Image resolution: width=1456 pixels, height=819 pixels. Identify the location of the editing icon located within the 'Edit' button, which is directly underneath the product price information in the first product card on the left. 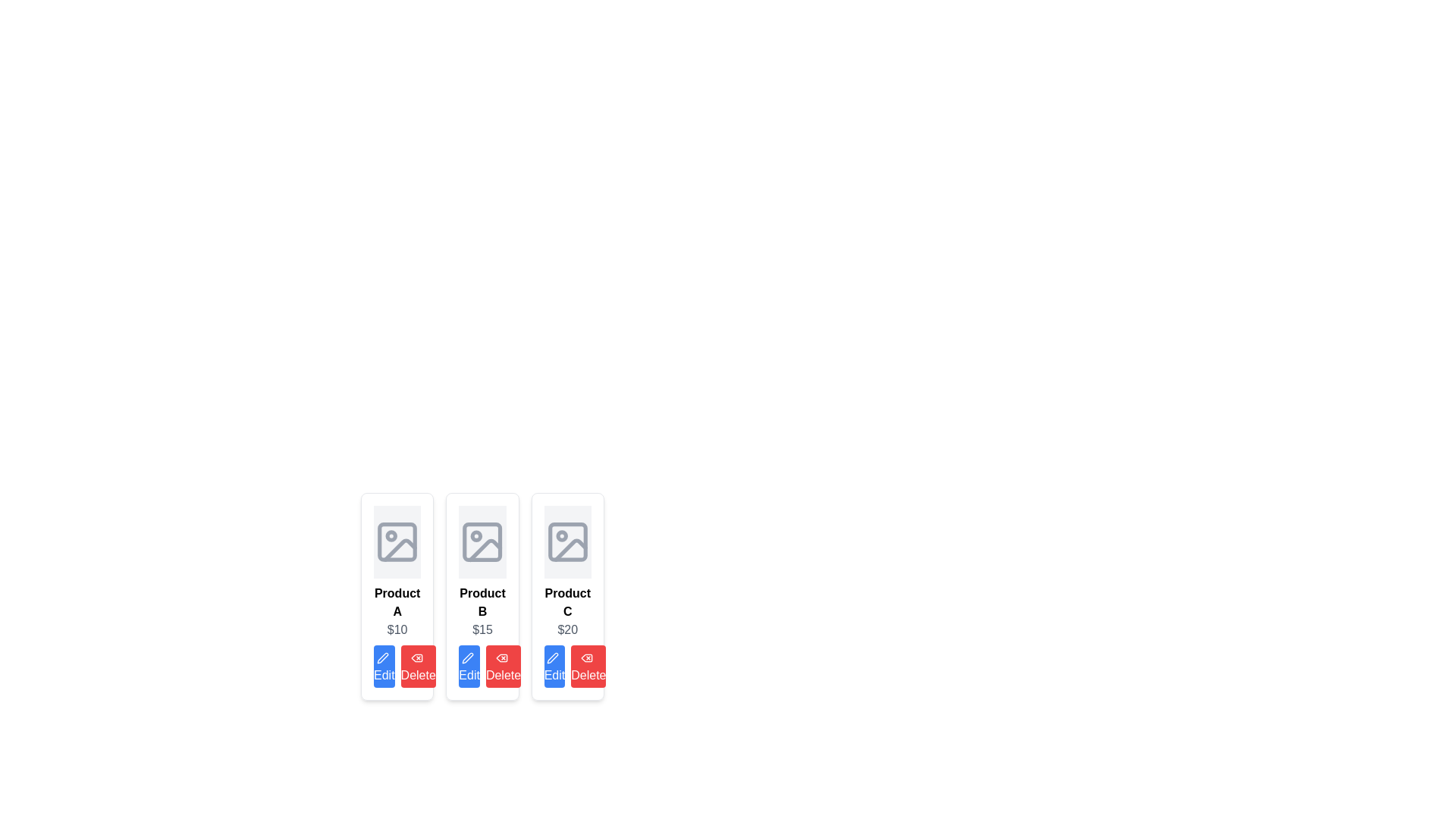
(382, 657).